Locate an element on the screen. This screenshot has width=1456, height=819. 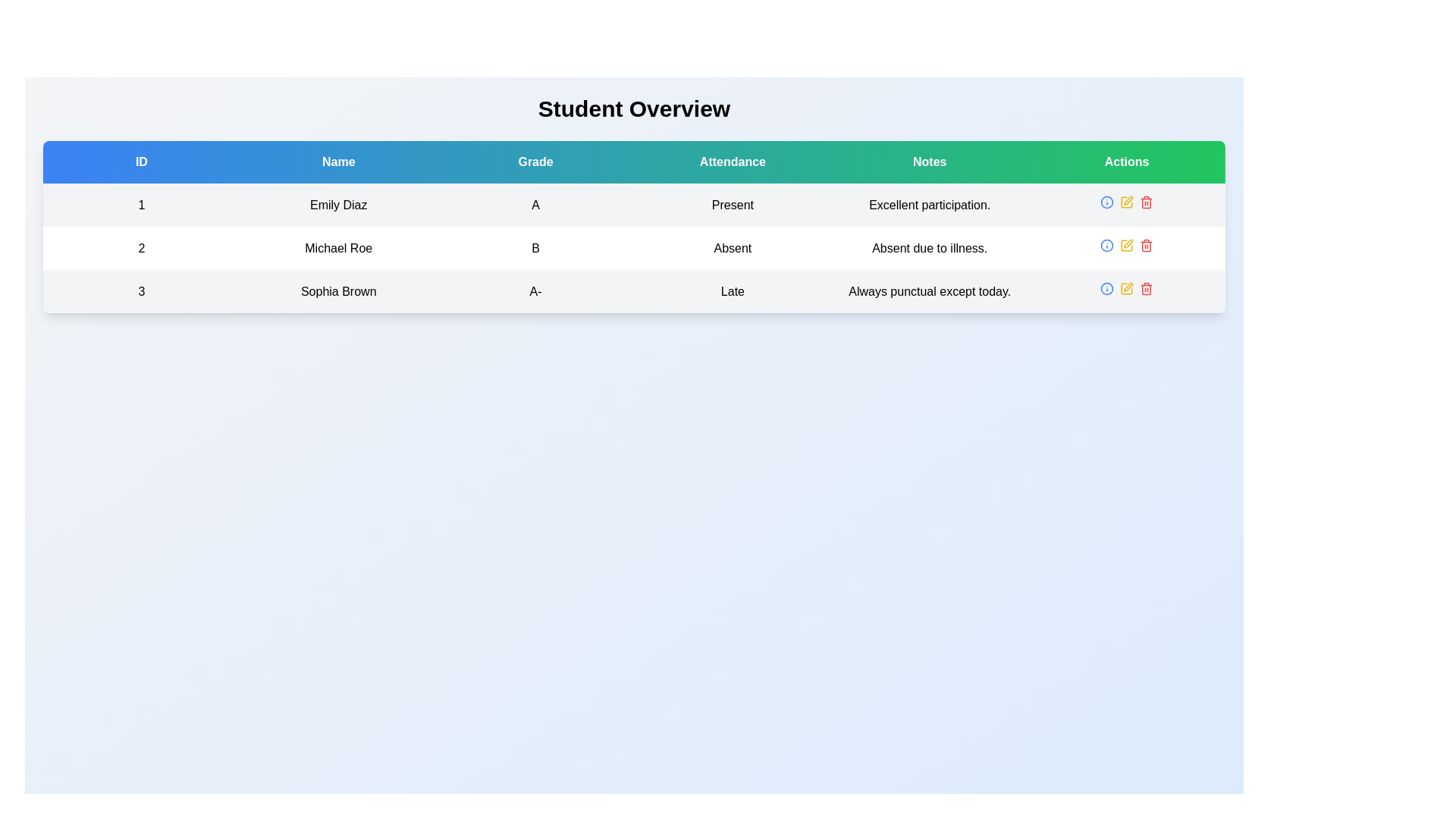
the pen or writing tool icon located in the Actions section for the student Michael Roe to trigger the tooltip or highlight effect is located at coordinates (1128, 199).